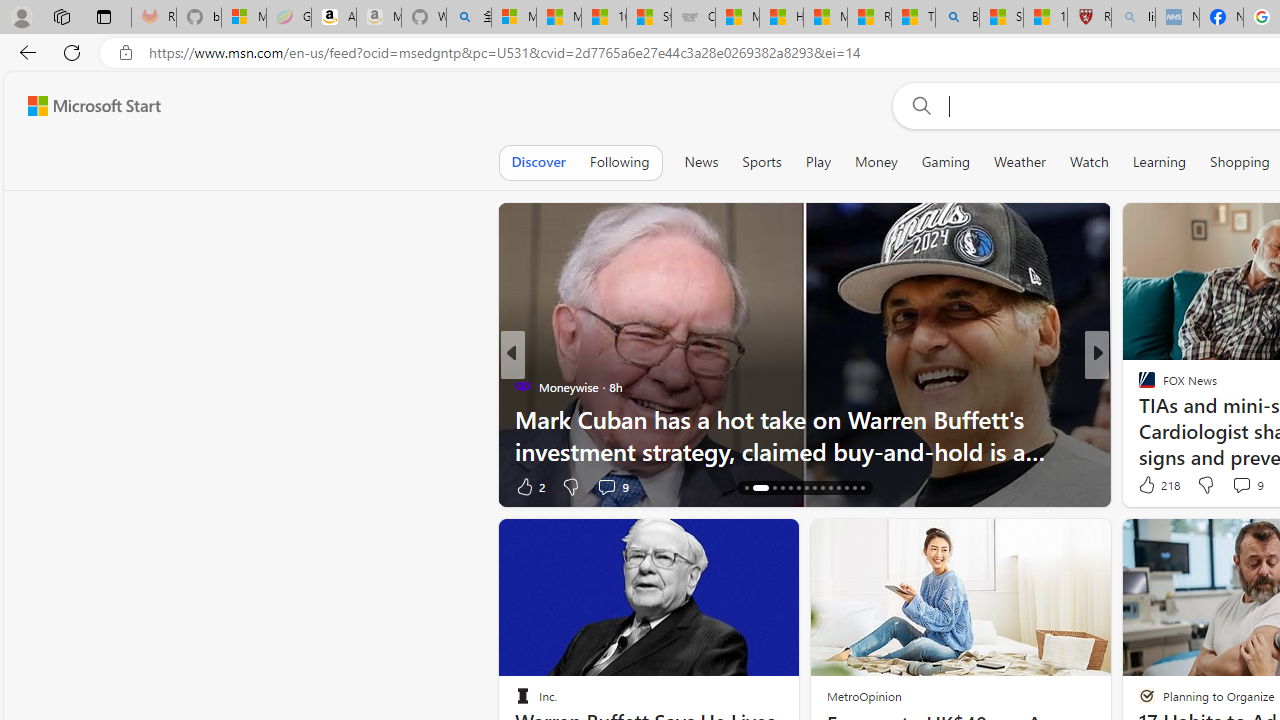  I want to click on 'View comments 9 Comment', so click(1240, 485).